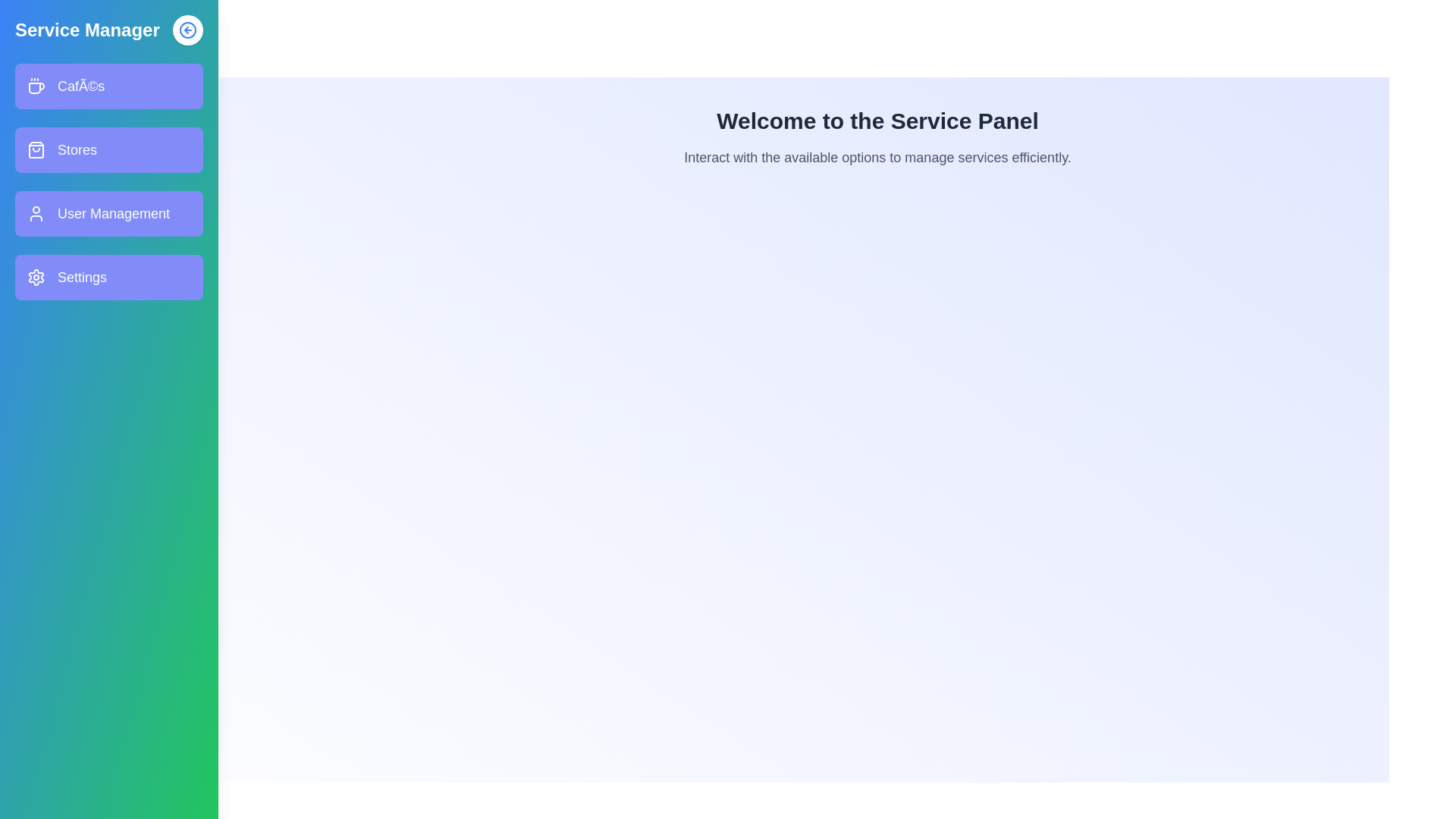 This screenshot has height=819, width=1456. What do you see at coordinates (108, 86) in the screenshot?
I see `the 'Cafés' menu item` at bounding box center [108, 86].